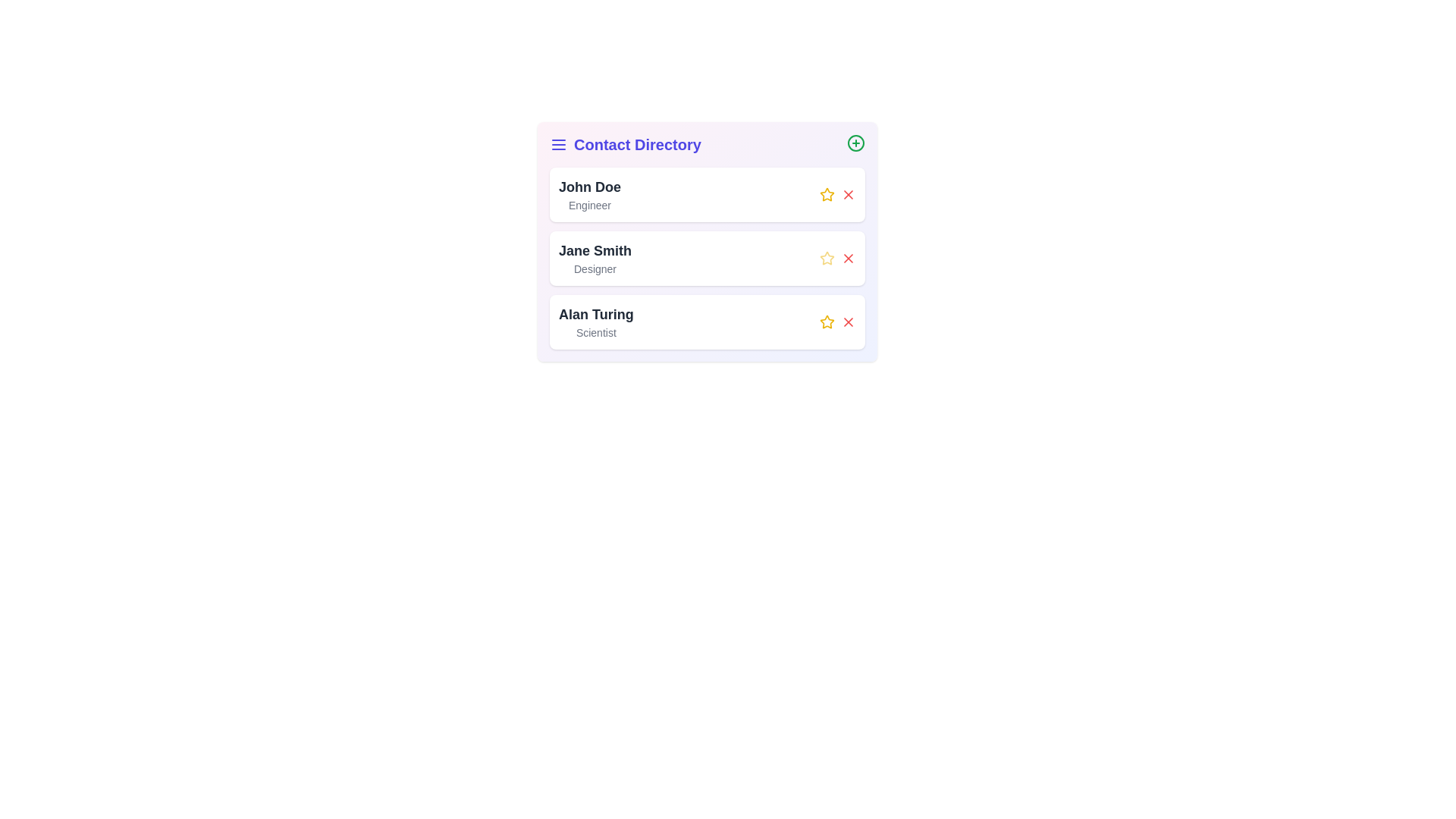 The height and width of the screenshot is (819, 1456). I want to click on the remove button corresponding to the contact named John Doe, so click(847, 194).